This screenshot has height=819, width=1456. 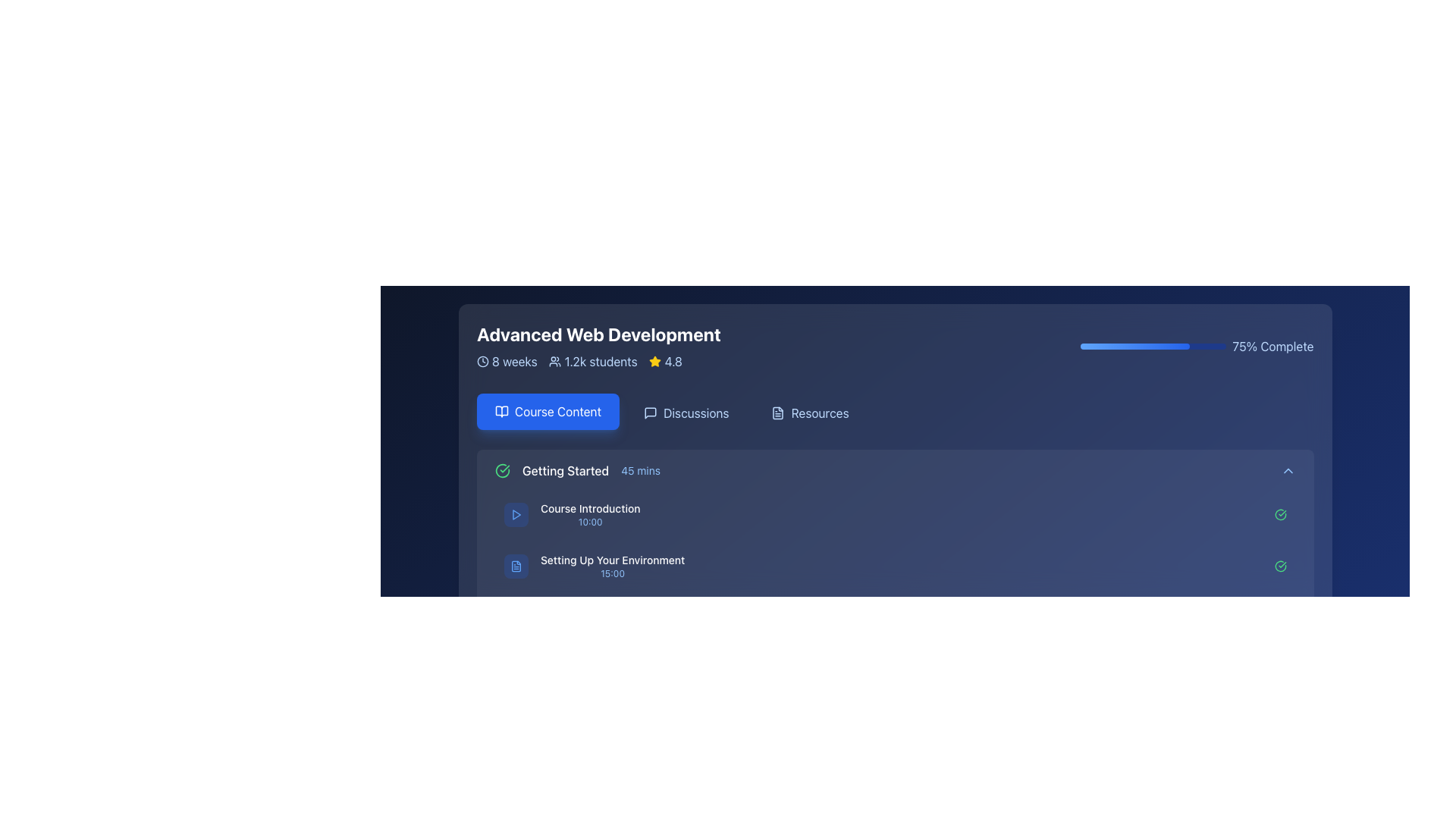 What do you see at coordinates (547, 412) in the screenshot?
I see `the navigation button that leads to the course content section for keyboard interaction` at bounding box center [547, 412].